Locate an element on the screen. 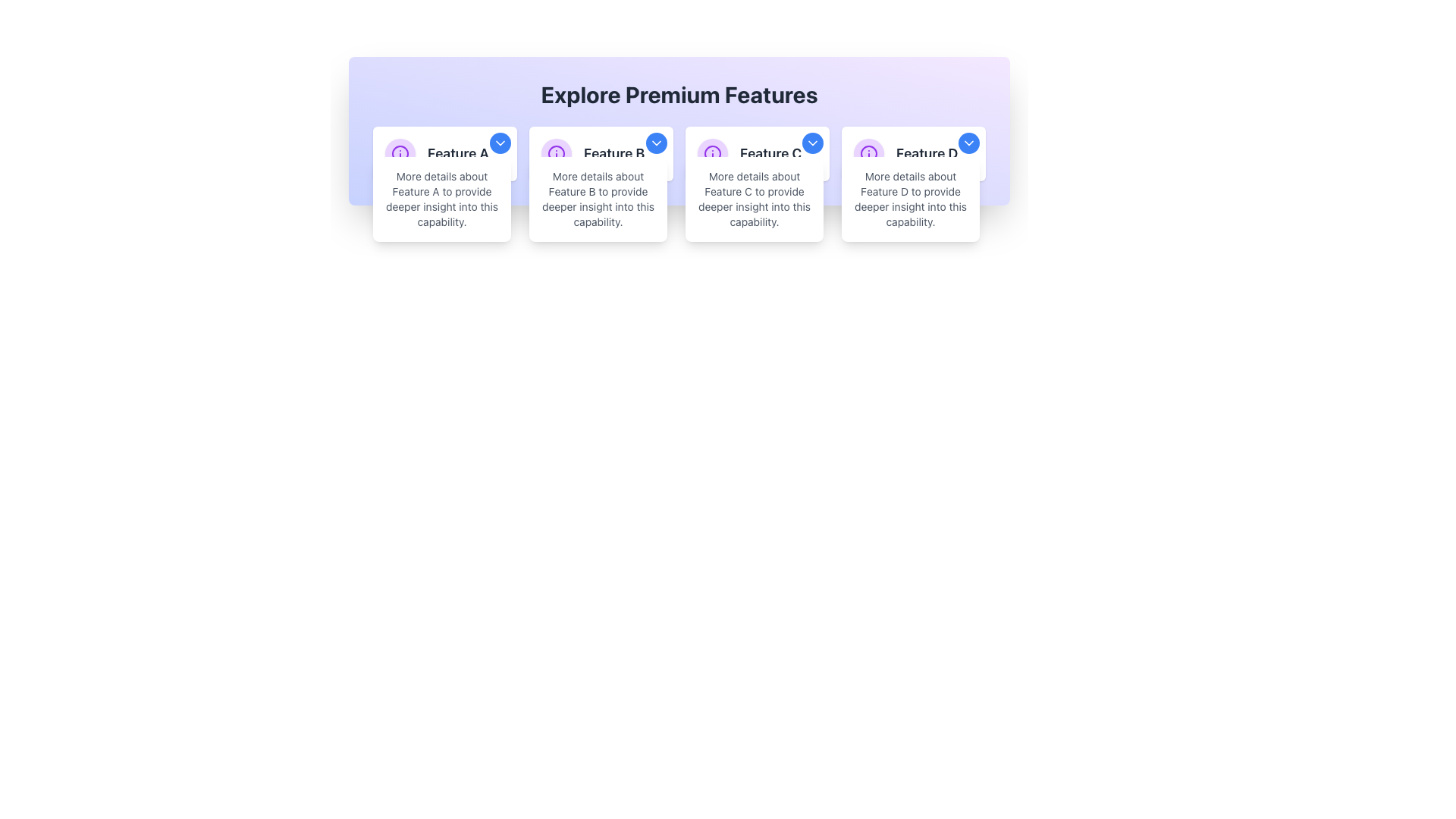  the static informational text box that displays the text 'More details about Feature C to provide deeper insight into this capability.' is located at coordinates (754, 198).